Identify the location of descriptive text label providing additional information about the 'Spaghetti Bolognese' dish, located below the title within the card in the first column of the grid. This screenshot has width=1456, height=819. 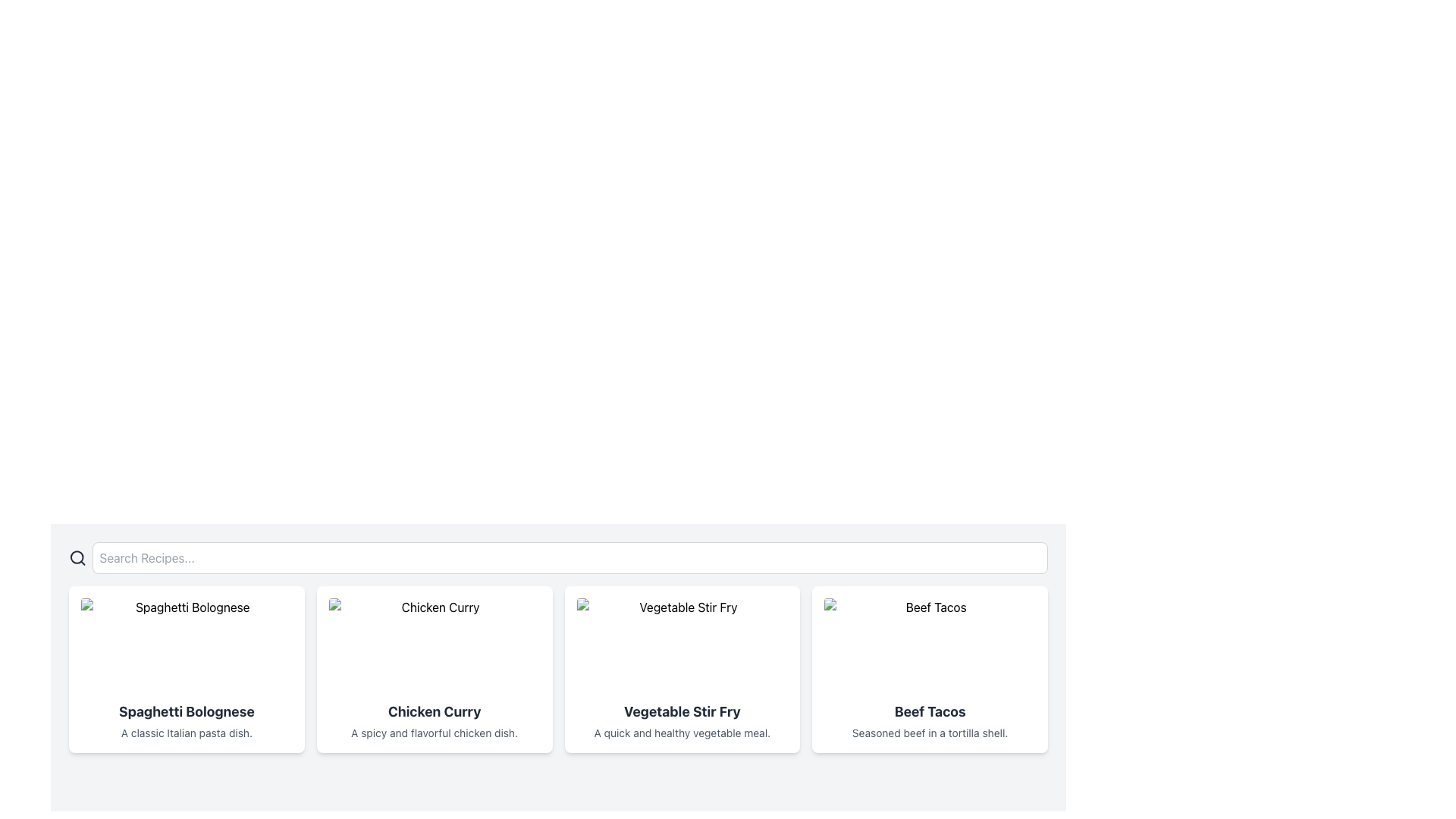
(186, 733).